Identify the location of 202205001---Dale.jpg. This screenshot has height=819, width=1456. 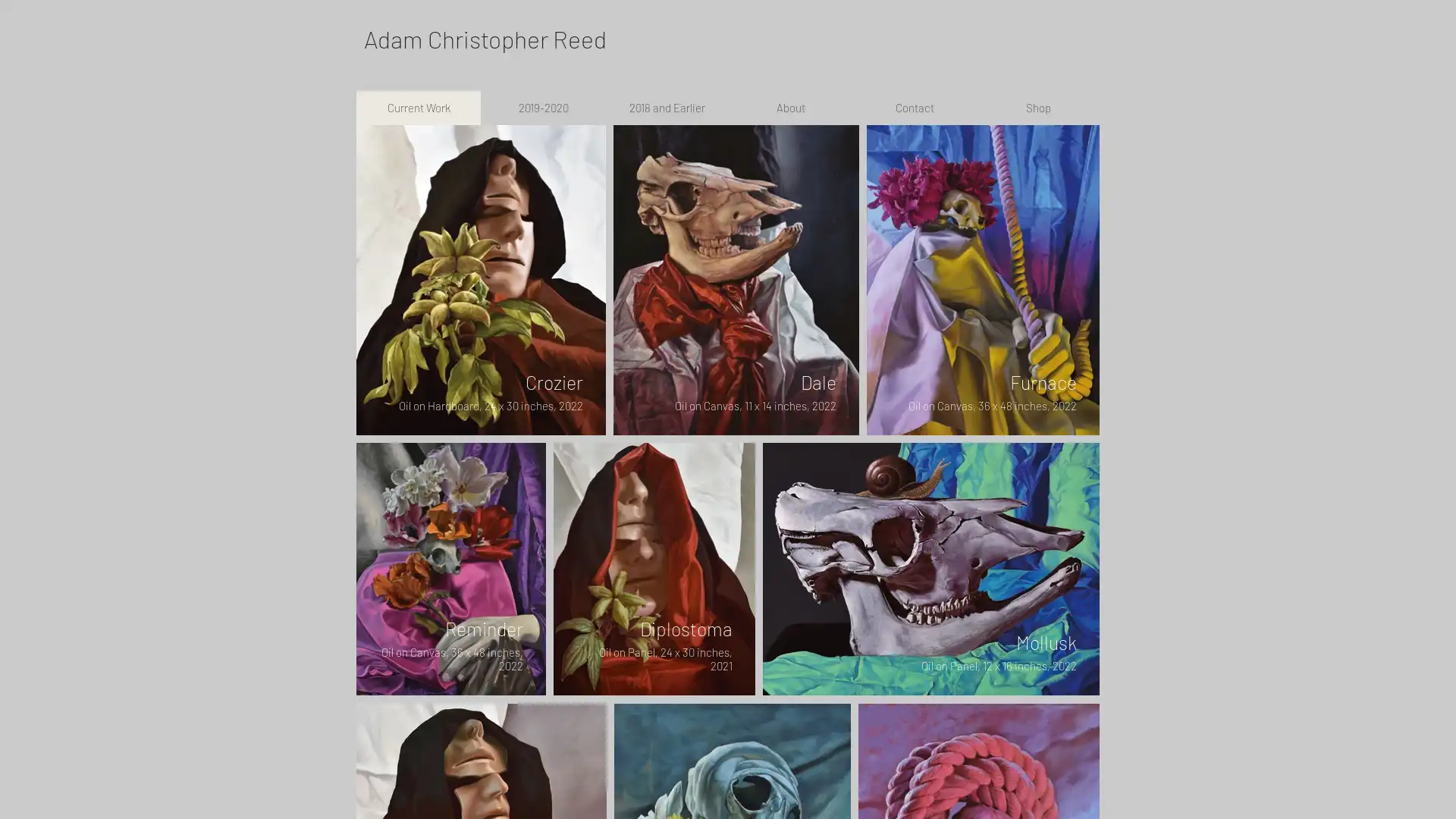
(736, 280).